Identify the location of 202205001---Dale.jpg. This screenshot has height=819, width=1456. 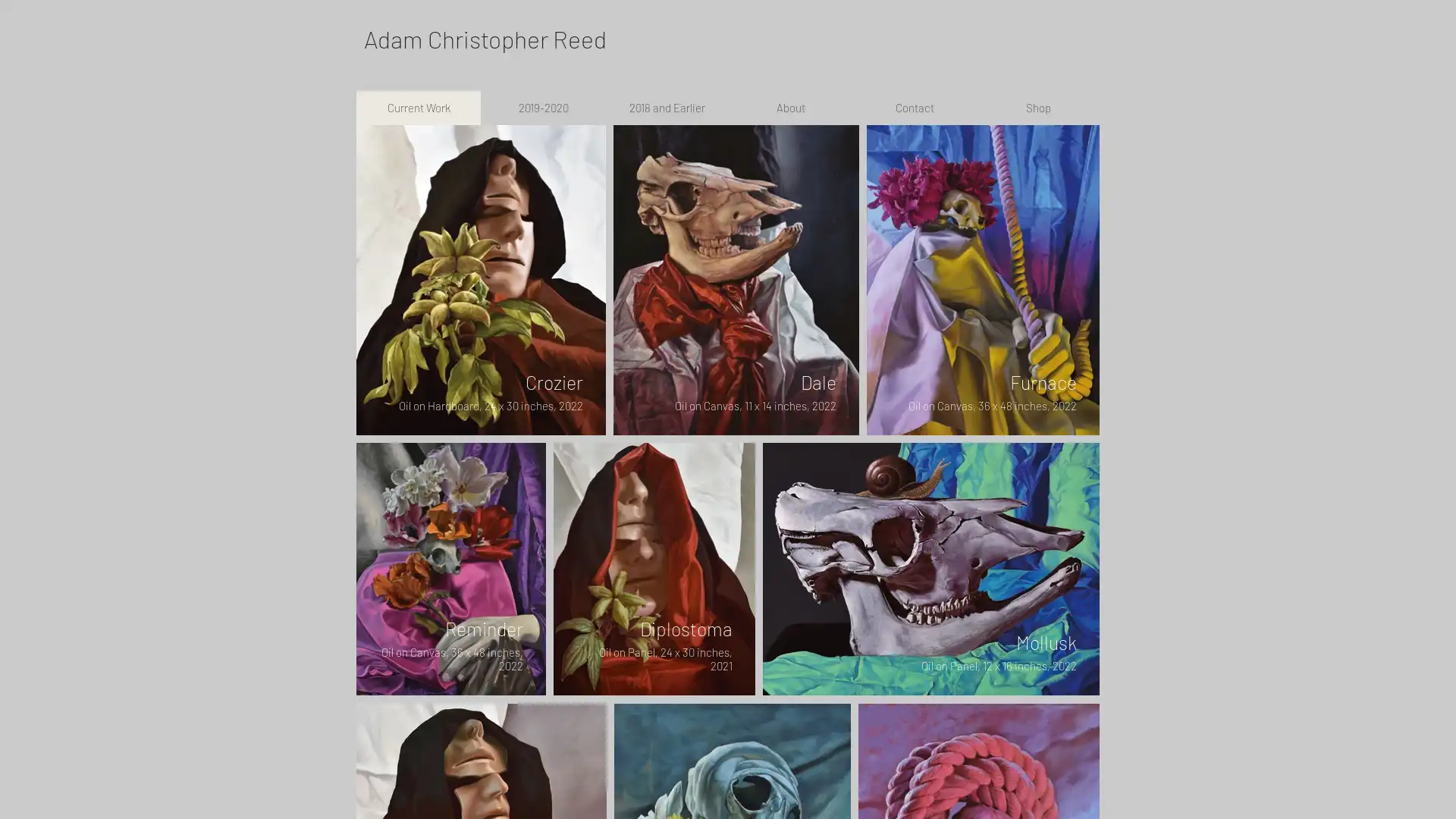
(736, 280).